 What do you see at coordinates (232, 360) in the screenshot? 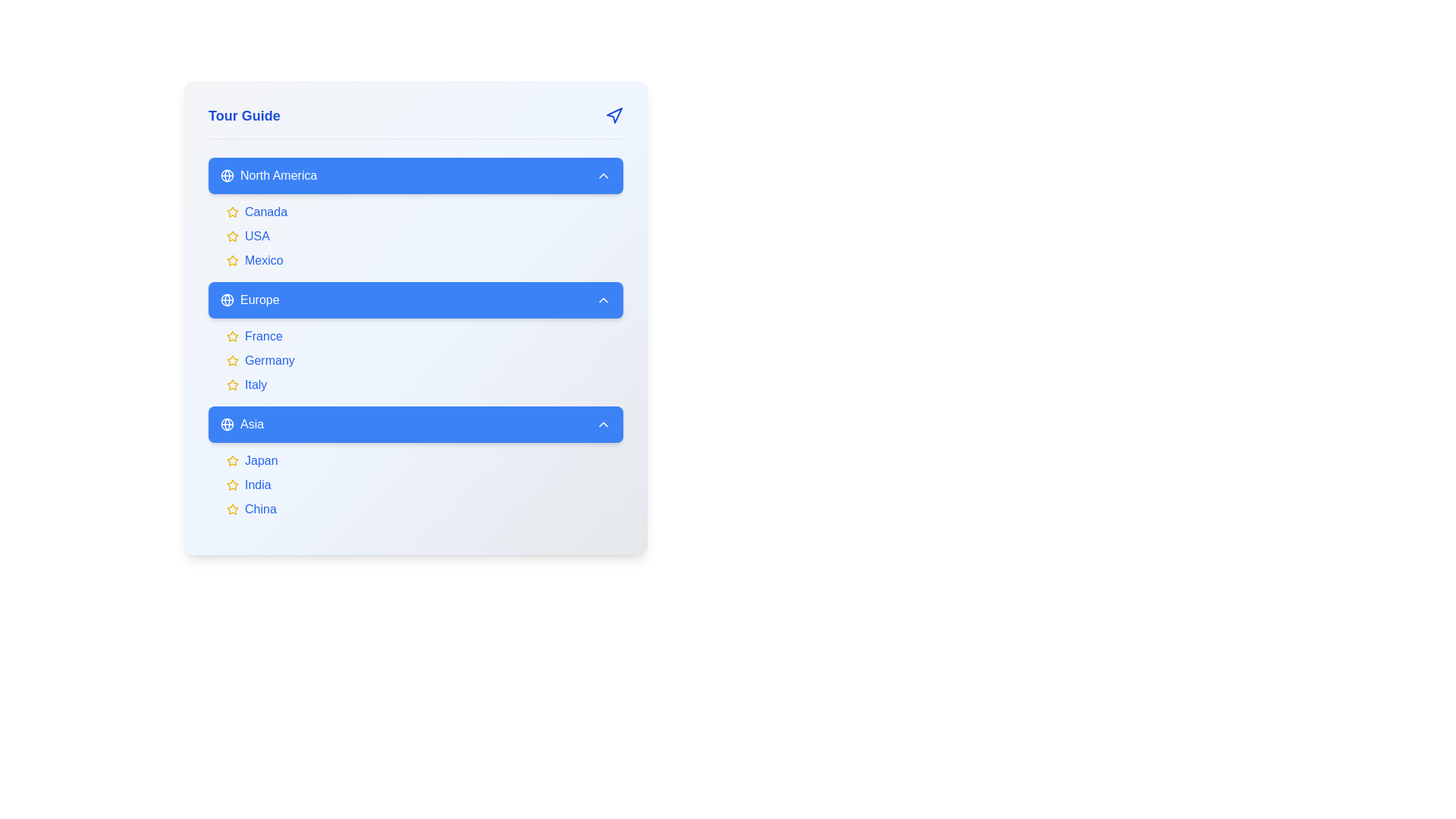
I see `the second star-shaped icon with a yellow outline` at bounding box center [232, 360].